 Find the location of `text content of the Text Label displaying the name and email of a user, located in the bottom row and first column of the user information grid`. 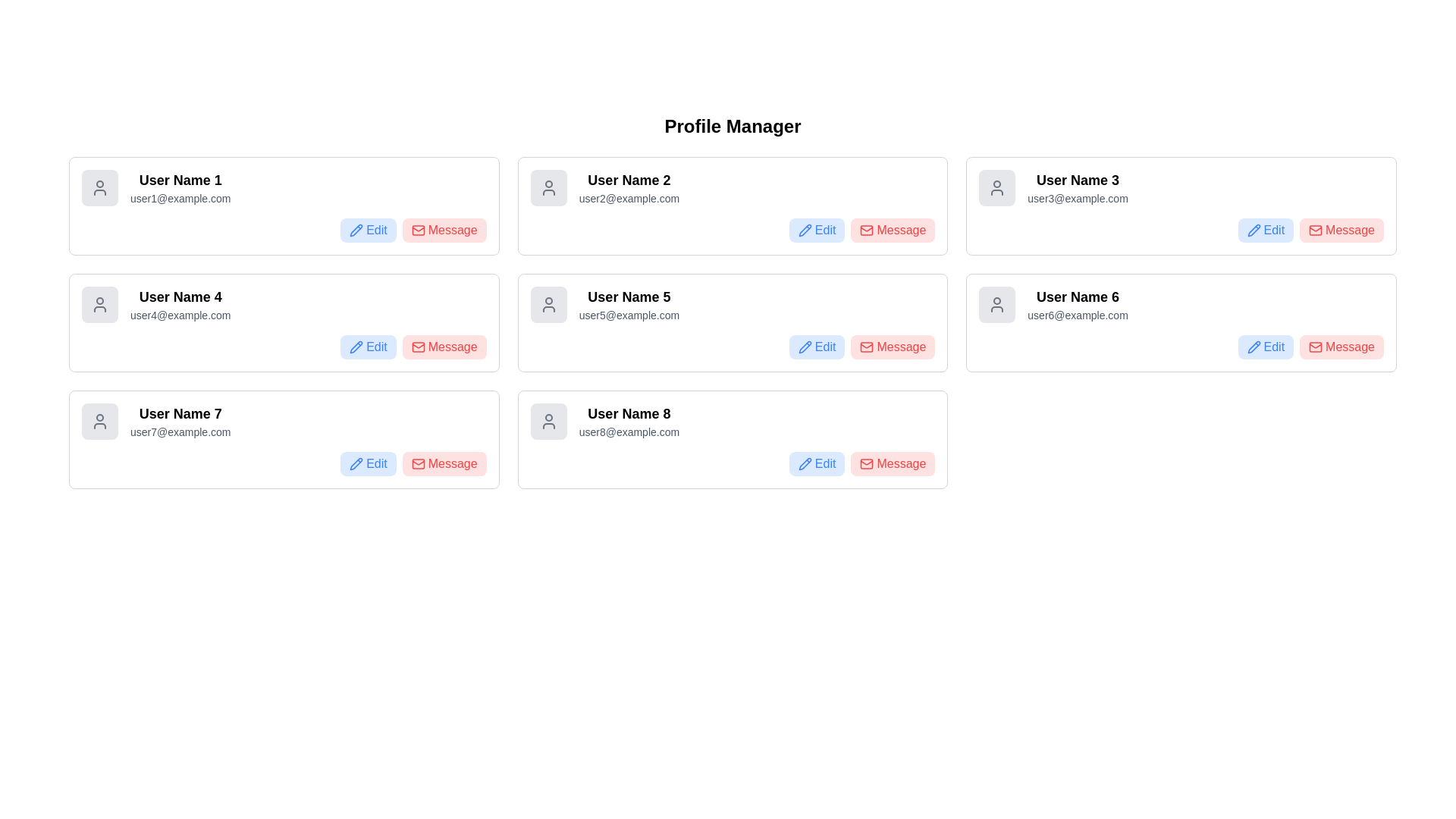

text content of the Text Label displaying the name and email of a user, located in the bottom row and first column of the user information grid is located at coordinates (180, 421).